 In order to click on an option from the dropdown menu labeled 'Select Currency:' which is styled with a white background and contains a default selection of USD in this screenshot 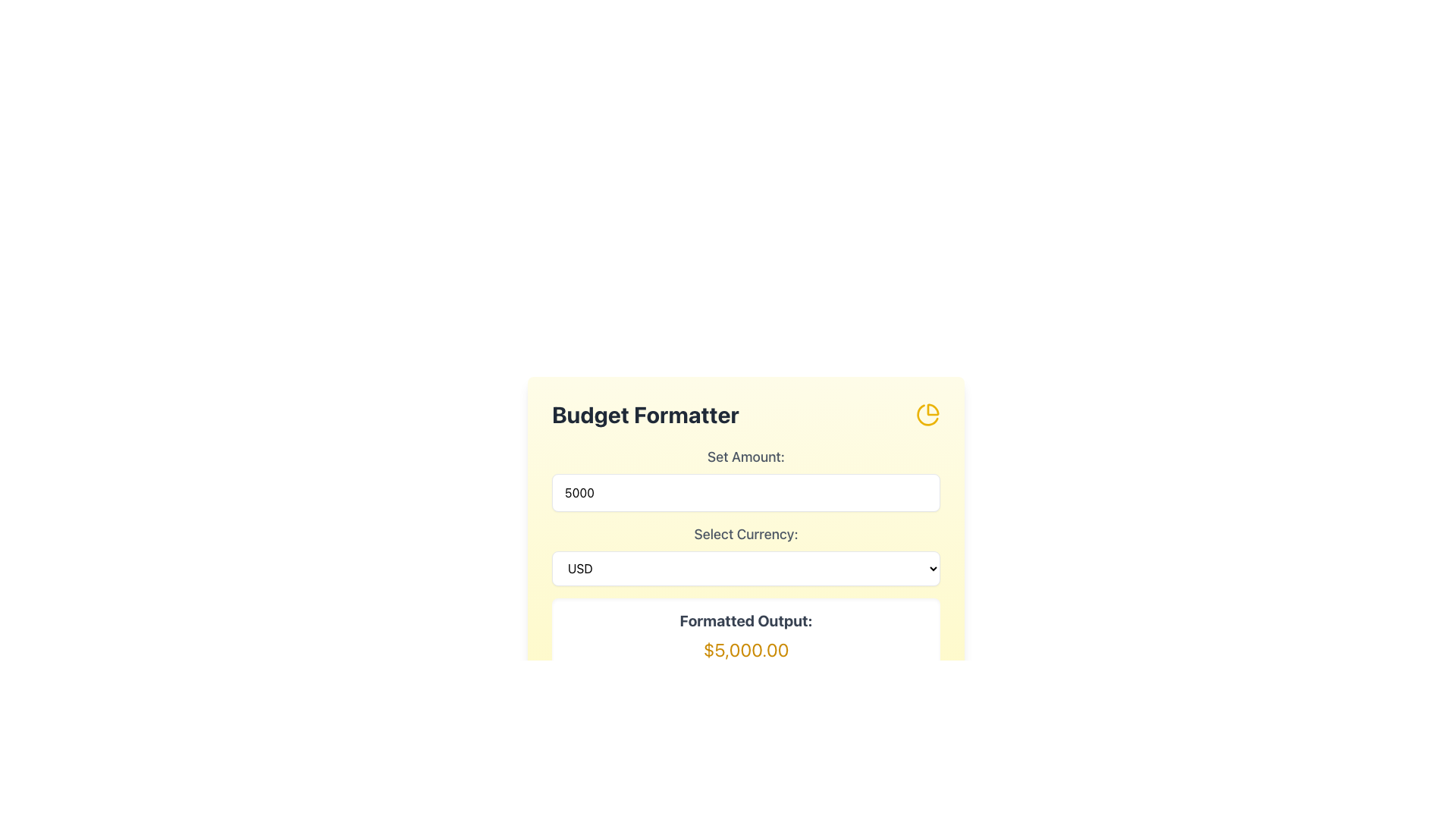, I will do `click(745, 555)`.